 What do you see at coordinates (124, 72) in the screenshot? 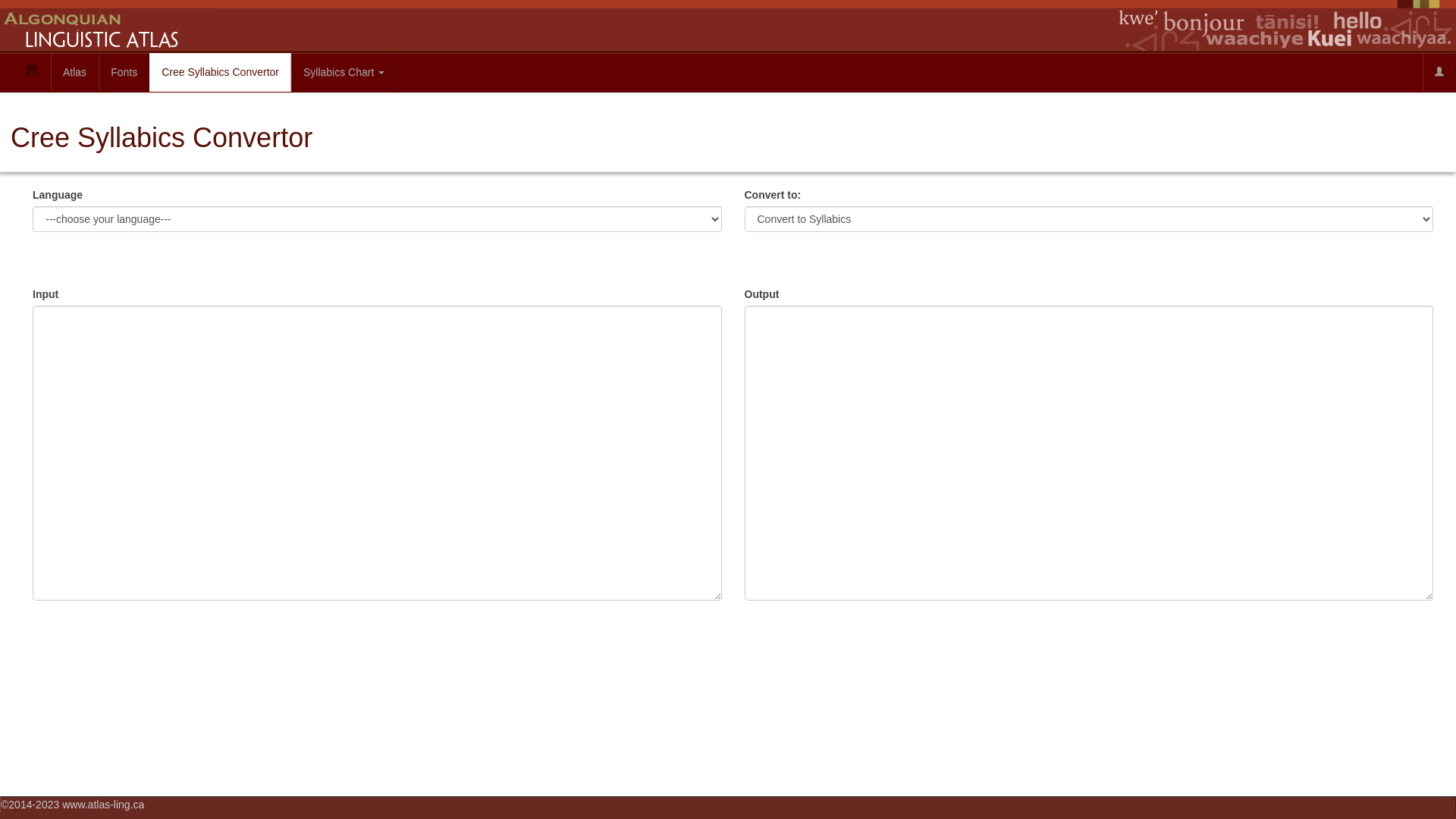
I see `'Fonts'` at bounding box center [124, 72].